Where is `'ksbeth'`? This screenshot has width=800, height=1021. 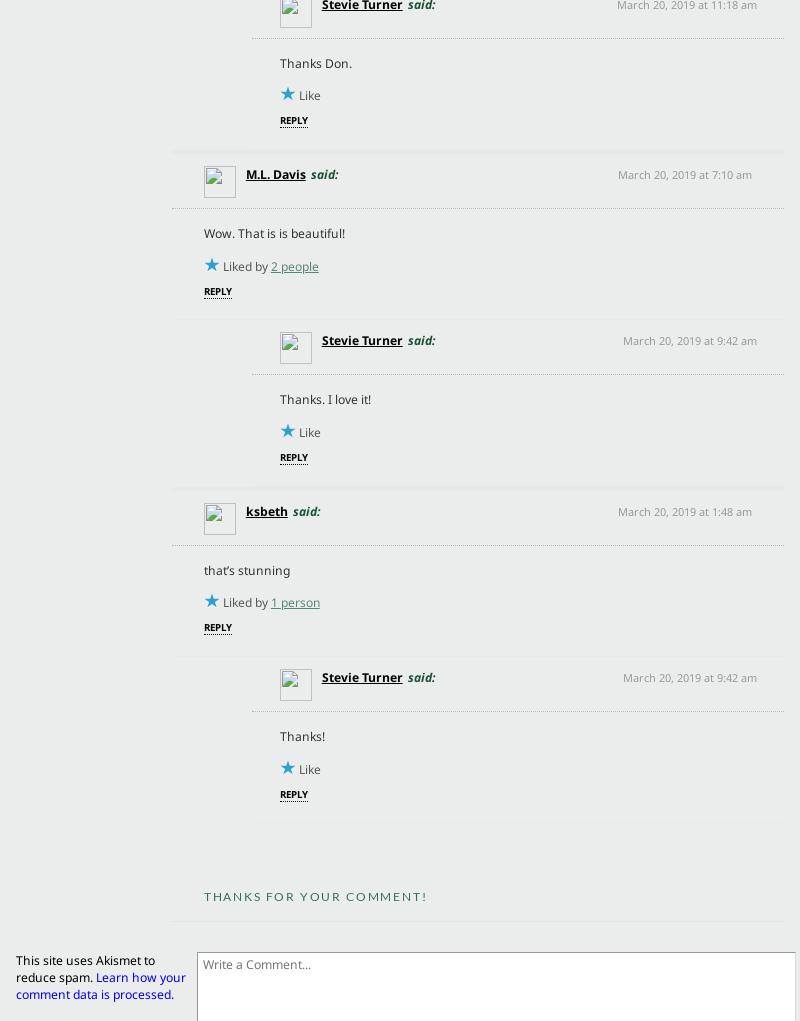
'ksbeth' is located at coordinates (265, 509).